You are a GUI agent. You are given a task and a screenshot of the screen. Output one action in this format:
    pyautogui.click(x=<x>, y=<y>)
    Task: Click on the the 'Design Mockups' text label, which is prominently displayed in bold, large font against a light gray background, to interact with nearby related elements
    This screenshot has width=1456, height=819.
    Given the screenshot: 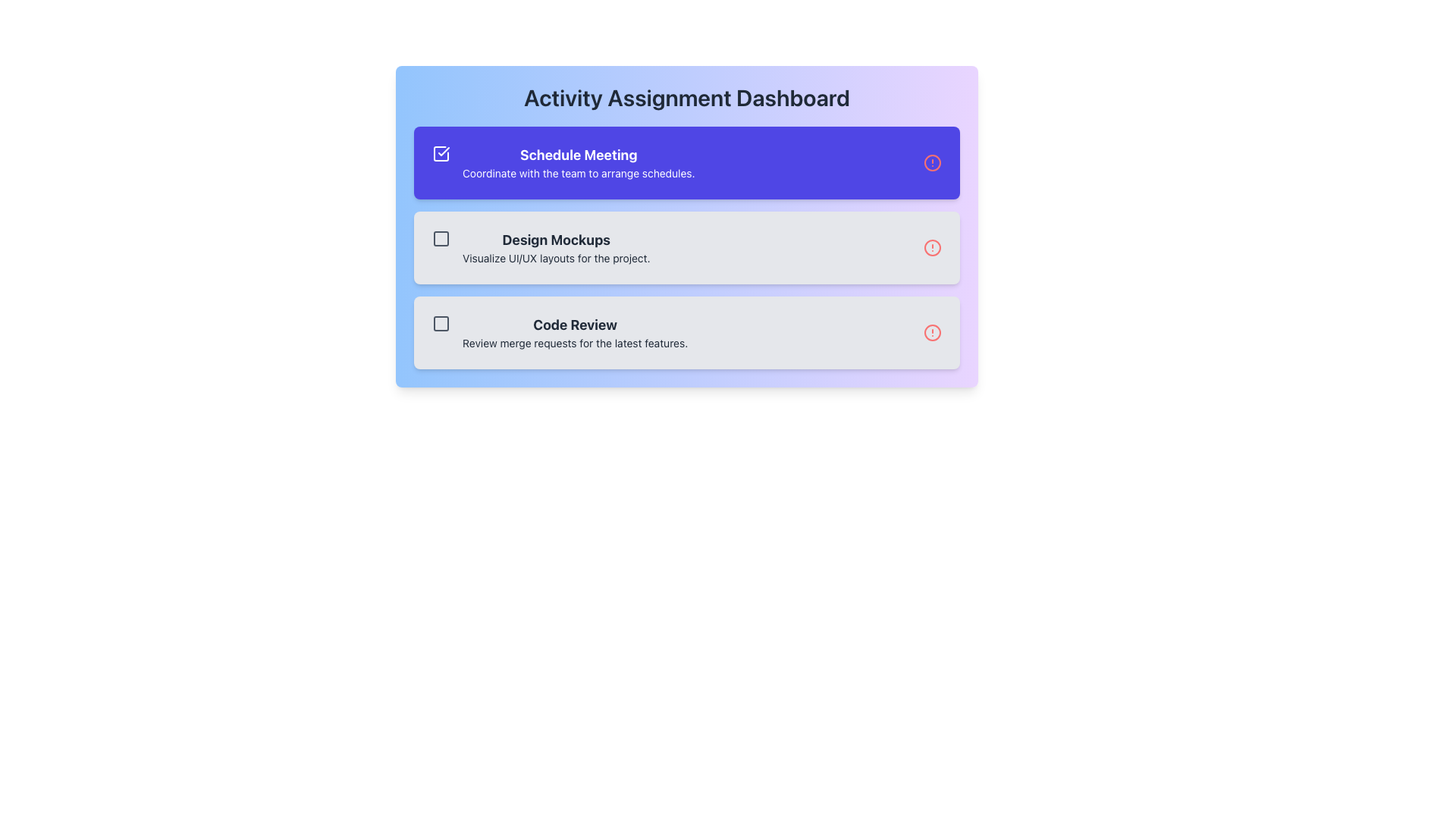 What is the action you would take?
    pyautogui.click(x=555, y=239)
    